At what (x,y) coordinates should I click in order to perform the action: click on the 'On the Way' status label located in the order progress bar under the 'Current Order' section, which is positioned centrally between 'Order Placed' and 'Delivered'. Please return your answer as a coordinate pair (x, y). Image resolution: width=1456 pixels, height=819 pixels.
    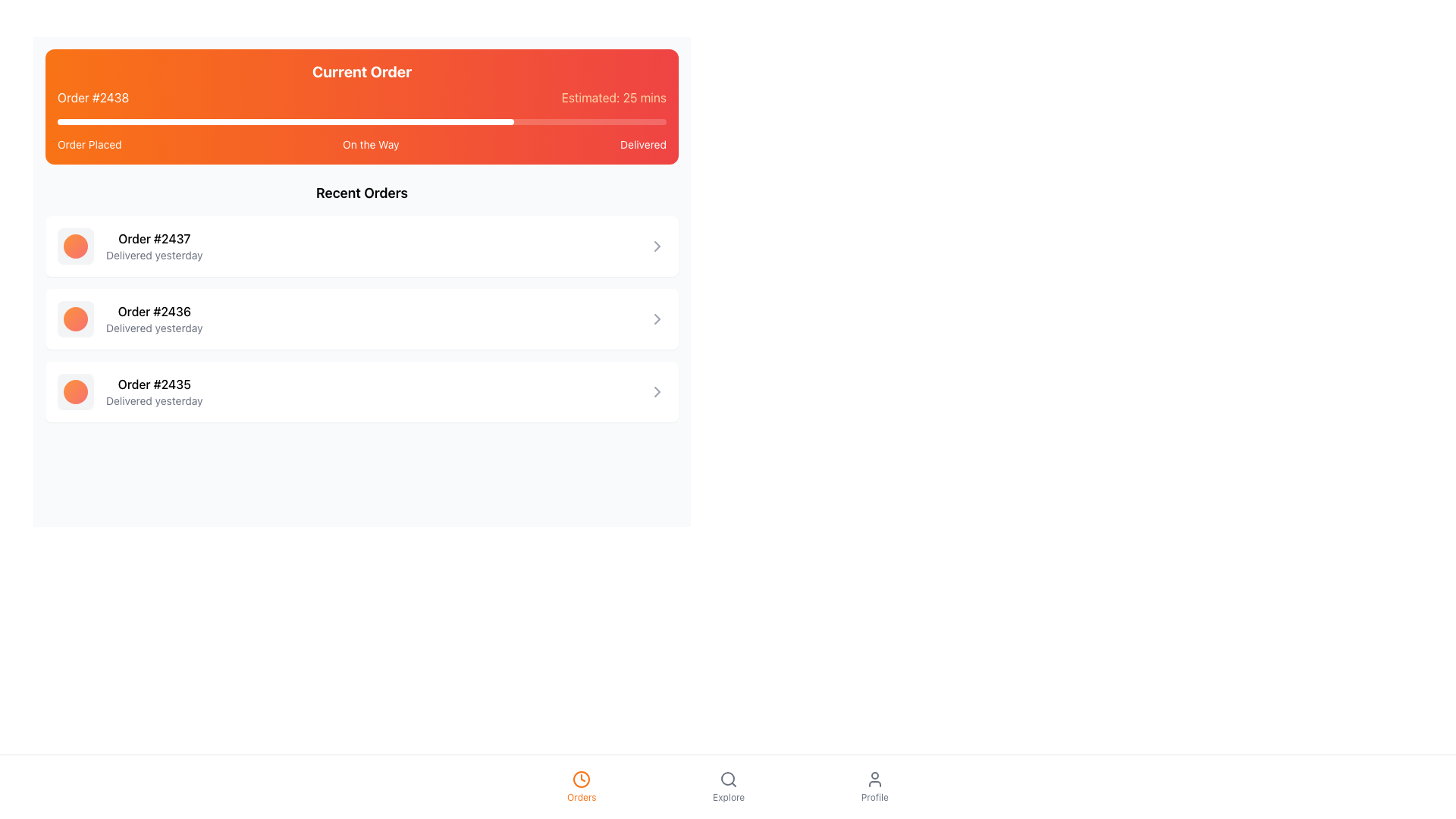
    Looking at the image, I should click on (371, 145).